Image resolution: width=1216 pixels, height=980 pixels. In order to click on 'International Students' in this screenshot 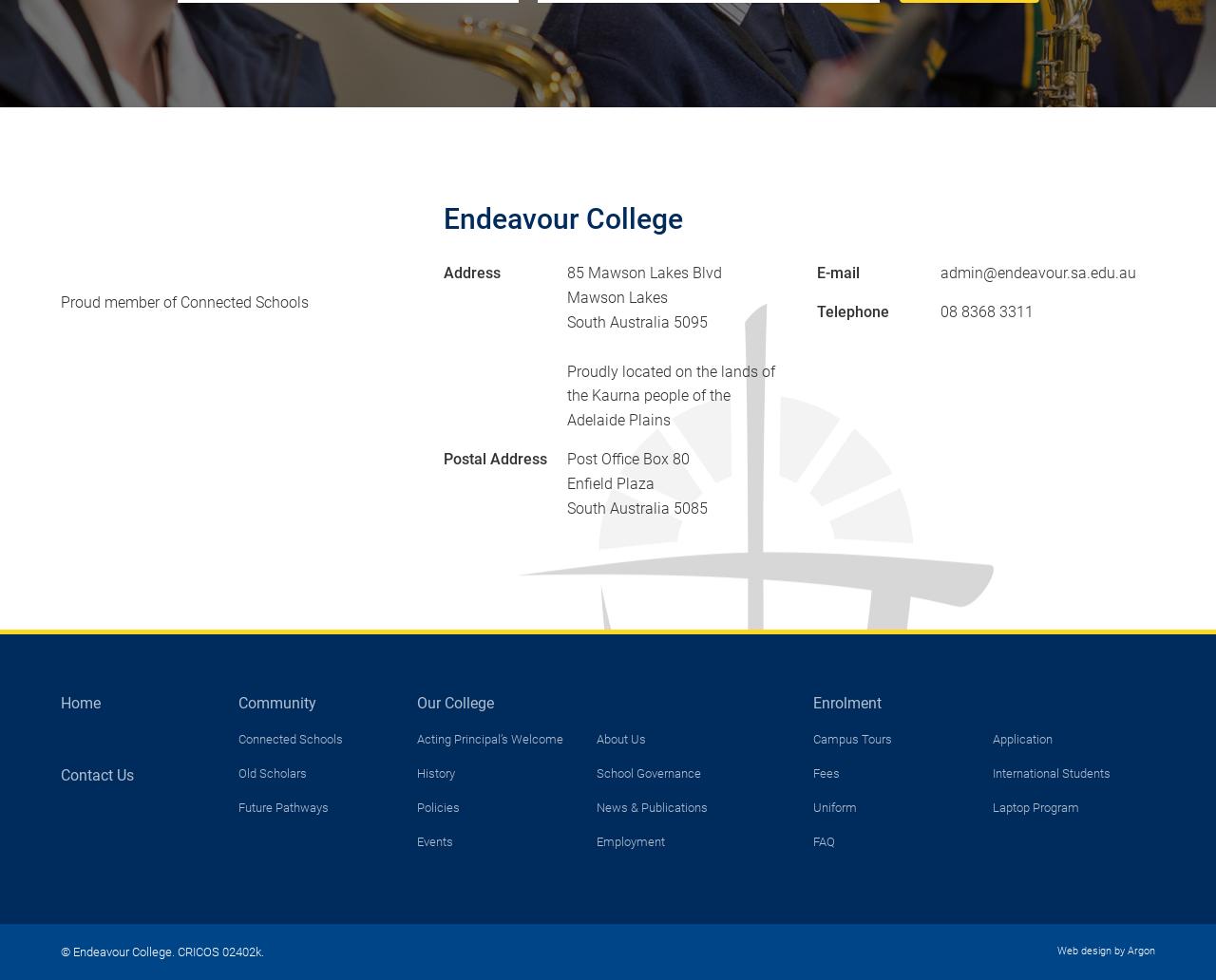, I will do `click(1050, 773)`.